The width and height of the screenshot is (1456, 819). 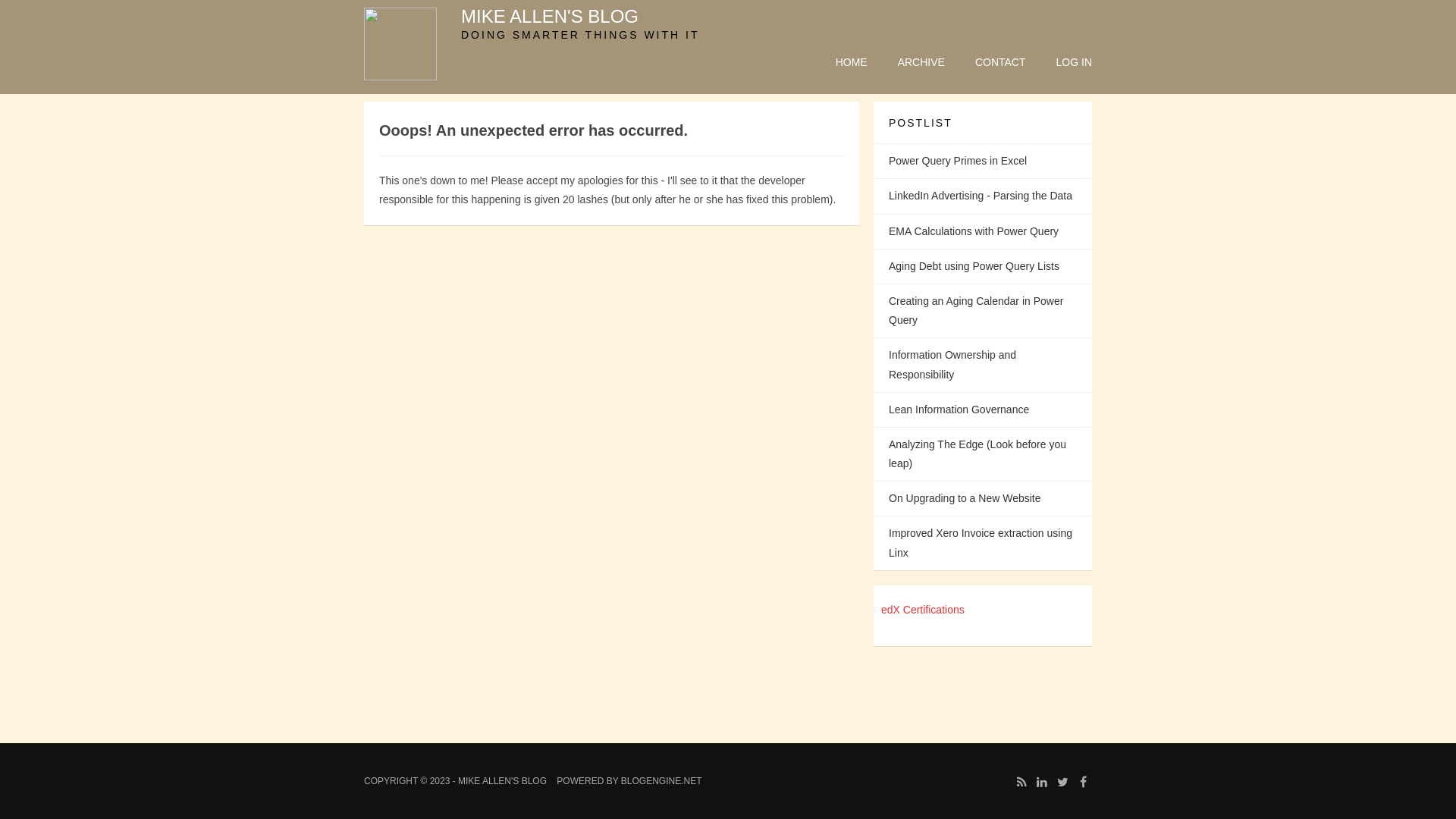 What do you see at coordinates (983, 231) in the screenshot?
I see `'EMA Calculations with Power Query'` at bounding box center [983, 231].